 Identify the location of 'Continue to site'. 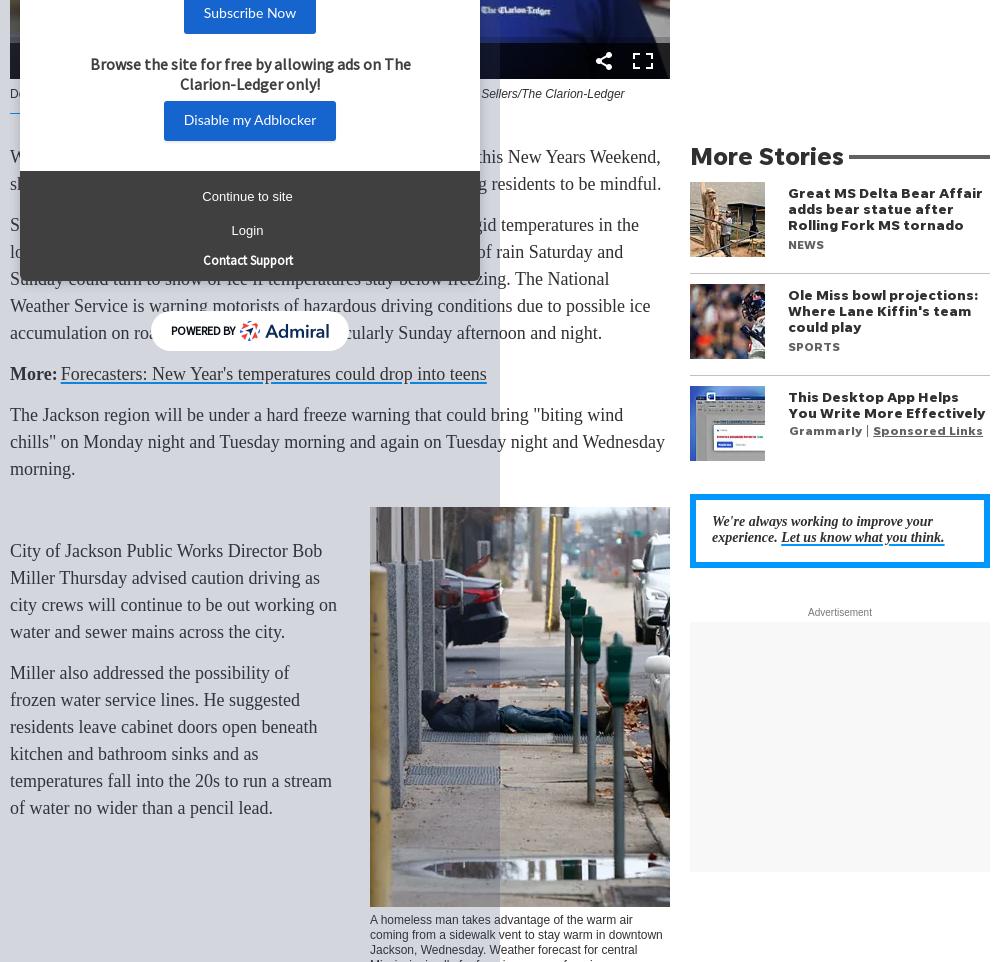
(246, 194).